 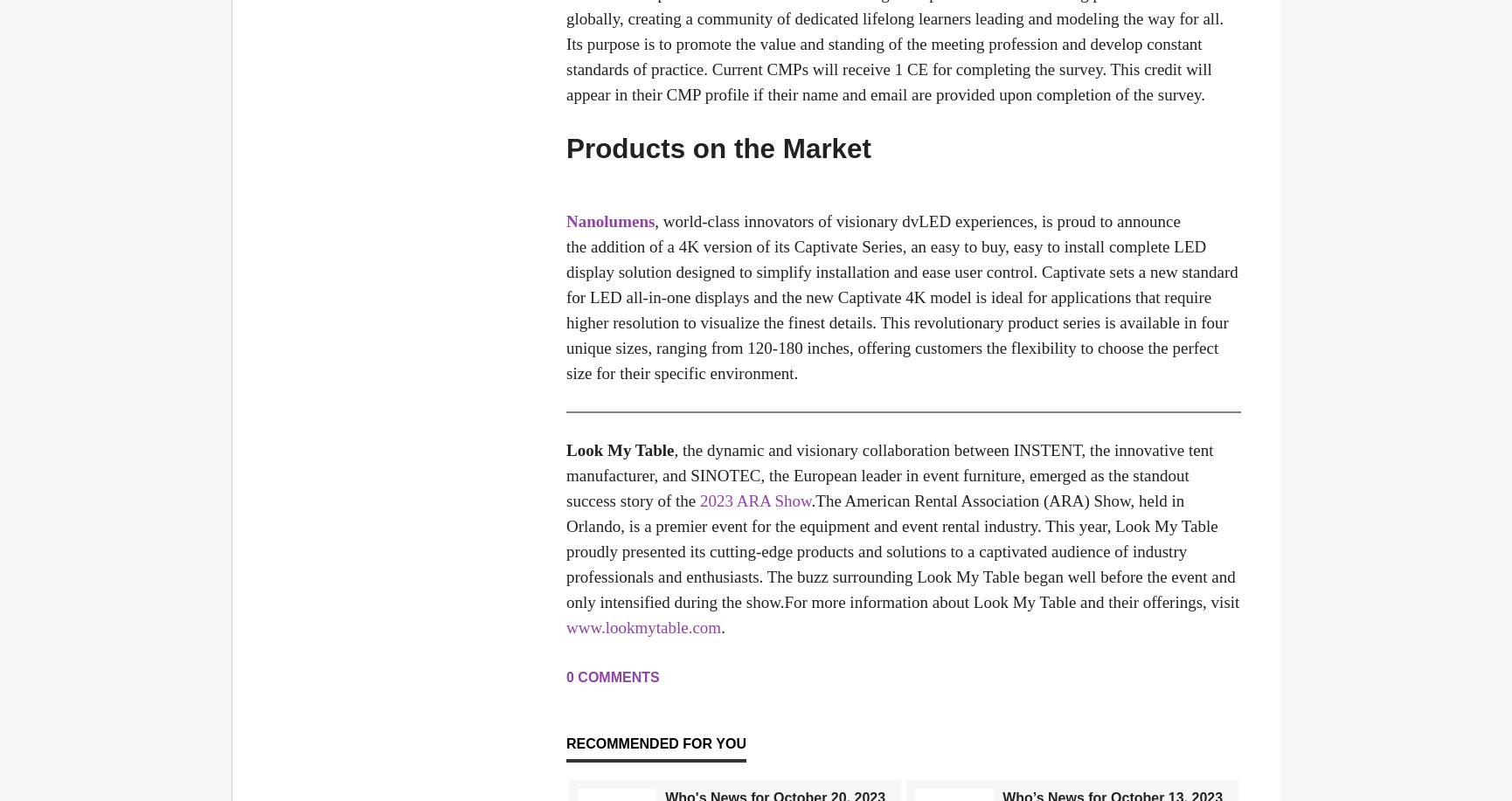 I want to click on 'Look My Table', so click(x=620, y=449).